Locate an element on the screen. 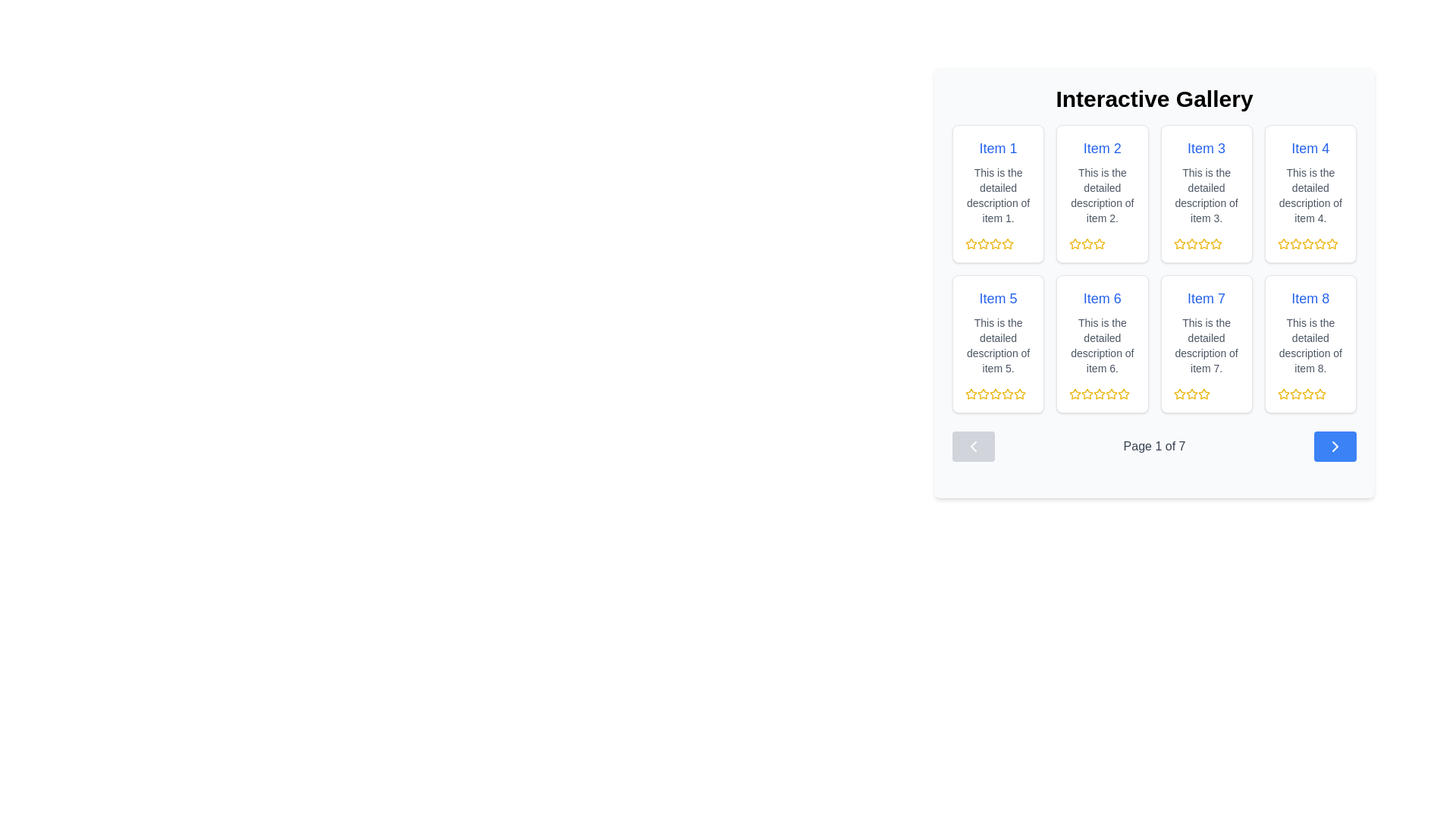  the third star icon to rate 'Item 3' in the gallery is located at coordinates (1191, 243).